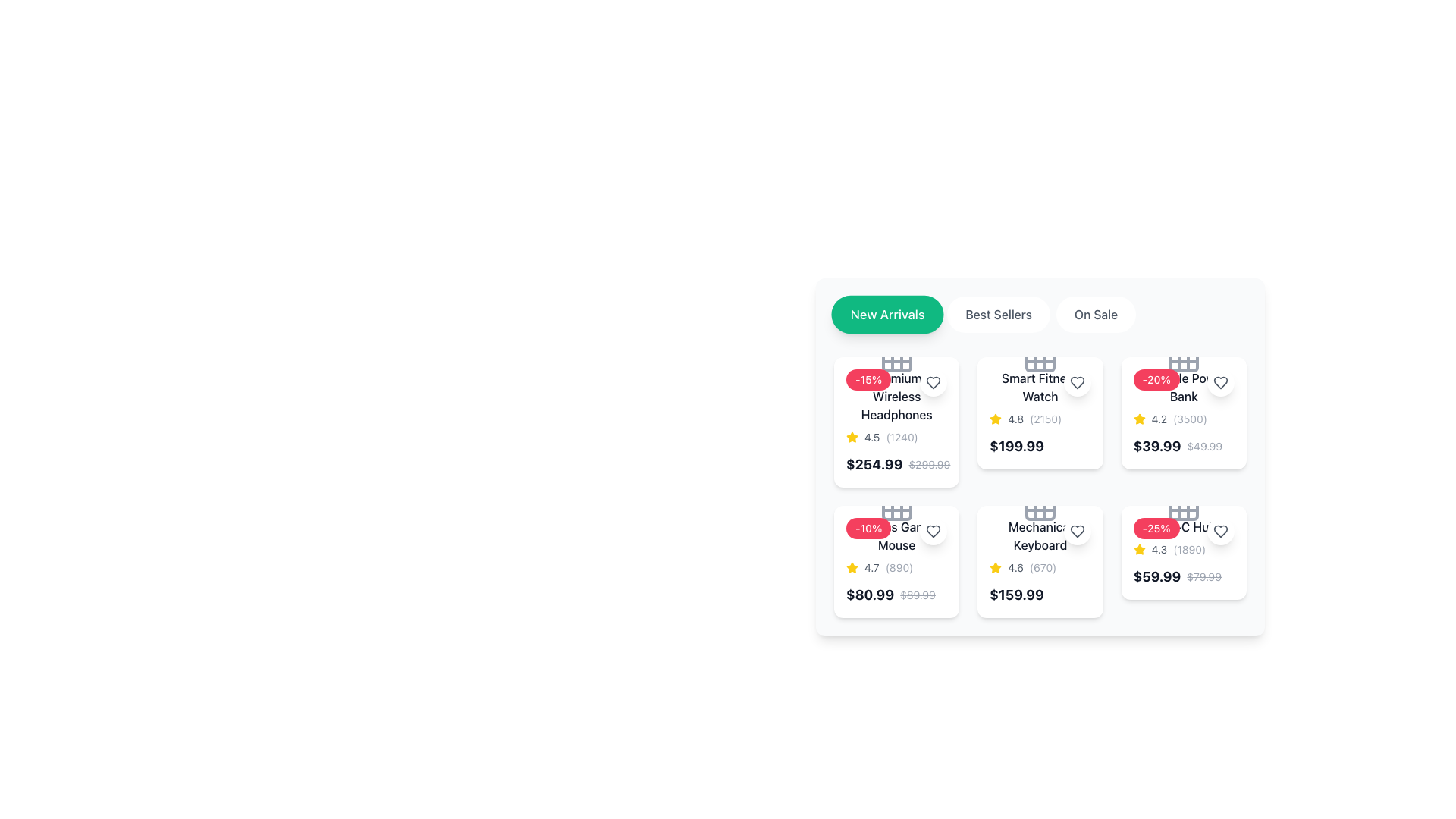 The image size is (1456, 819). Describe the element at coordinates (891, 595) in the screenshot. I see `price and discount information from the price display element showing the current price '$80.99' and the original price '$89.99' located in the second card of the grid layout for the 'Wireless Gar Mouse'` at that location.